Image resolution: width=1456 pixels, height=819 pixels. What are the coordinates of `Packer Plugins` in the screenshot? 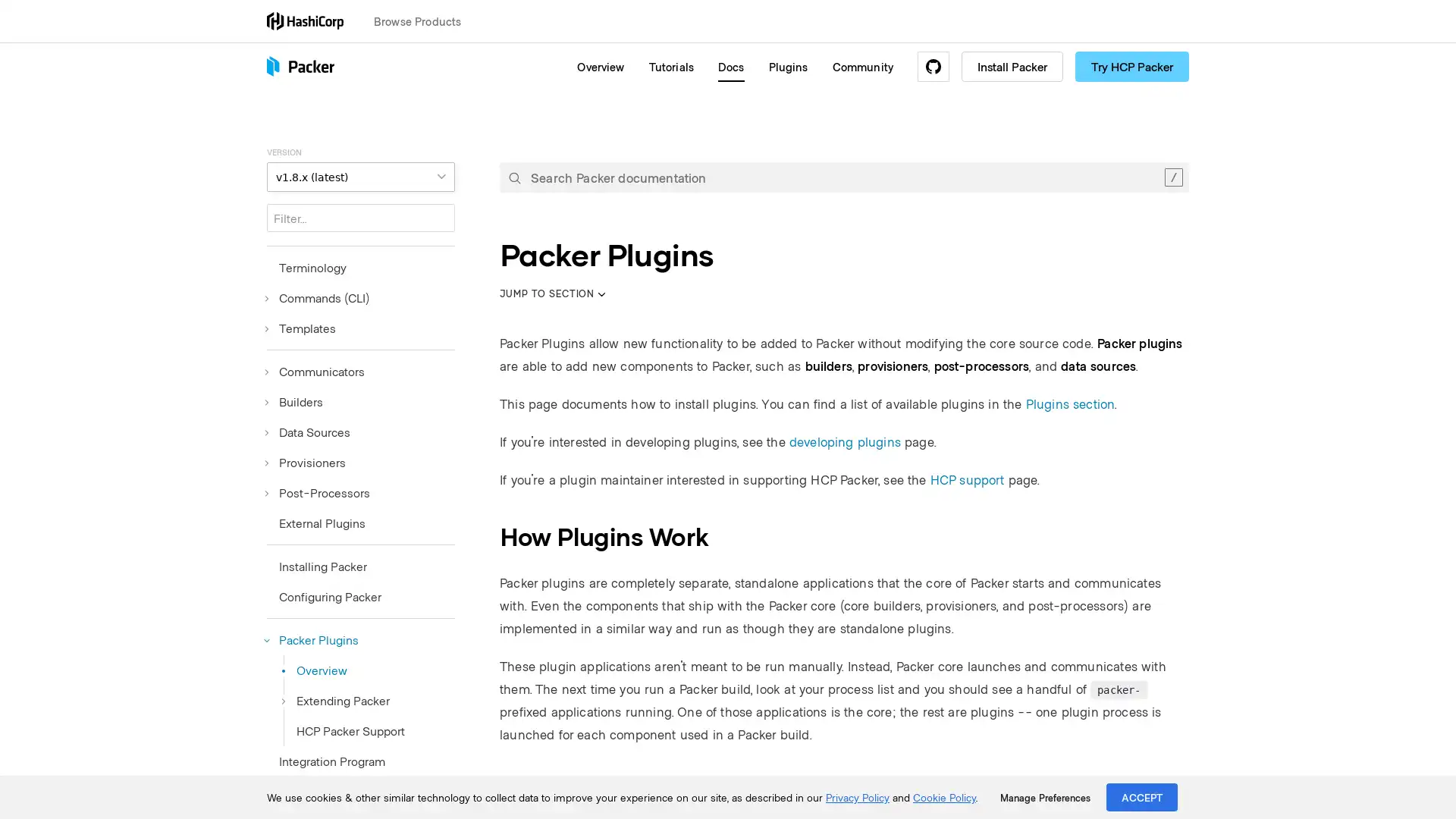 It's located at (312, 640).